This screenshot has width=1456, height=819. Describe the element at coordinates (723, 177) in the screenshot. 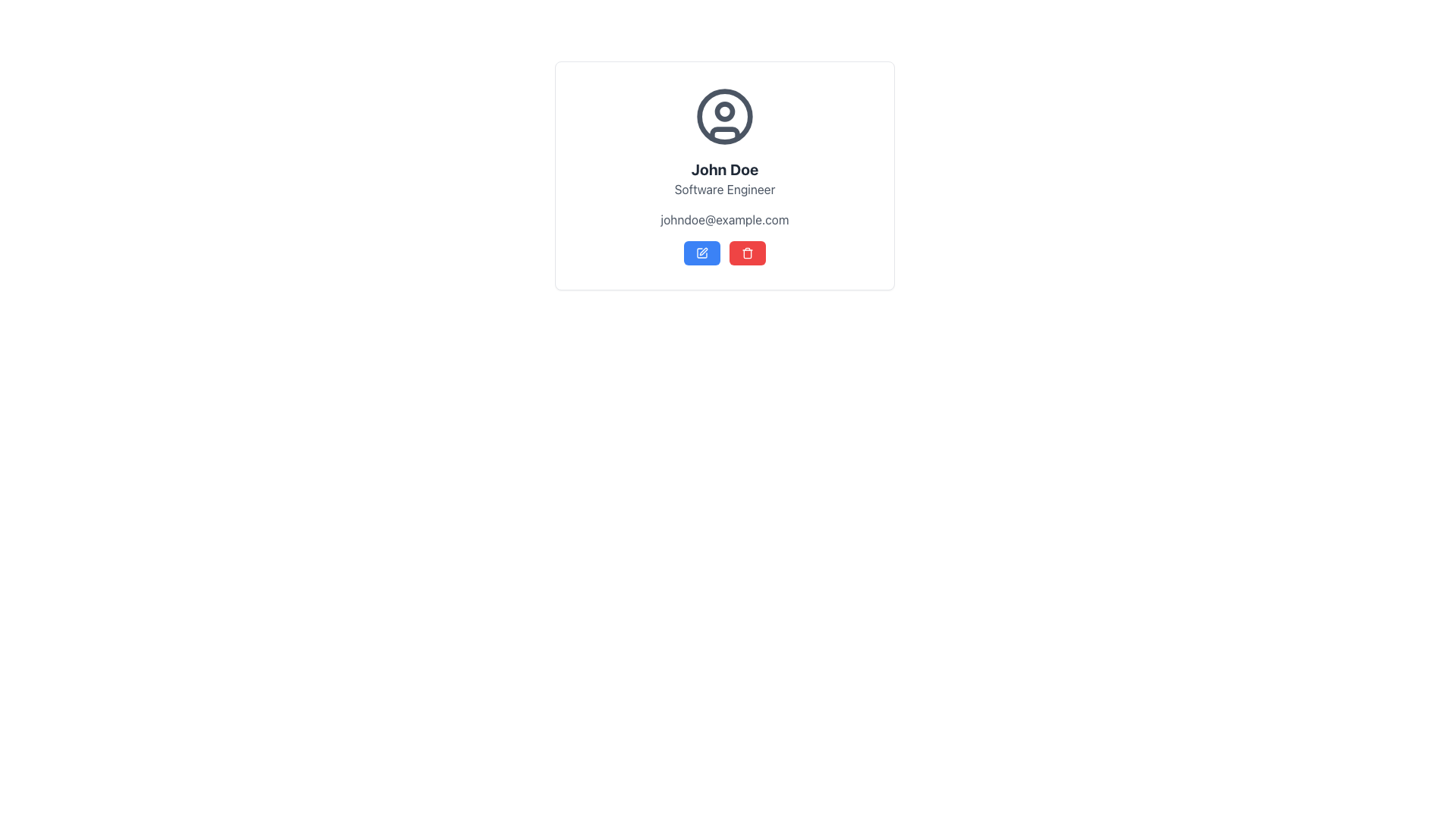

I see `the text block that serves as the title and role information of a specific user, located in the middle of the page below the user's circular icon` at that location.